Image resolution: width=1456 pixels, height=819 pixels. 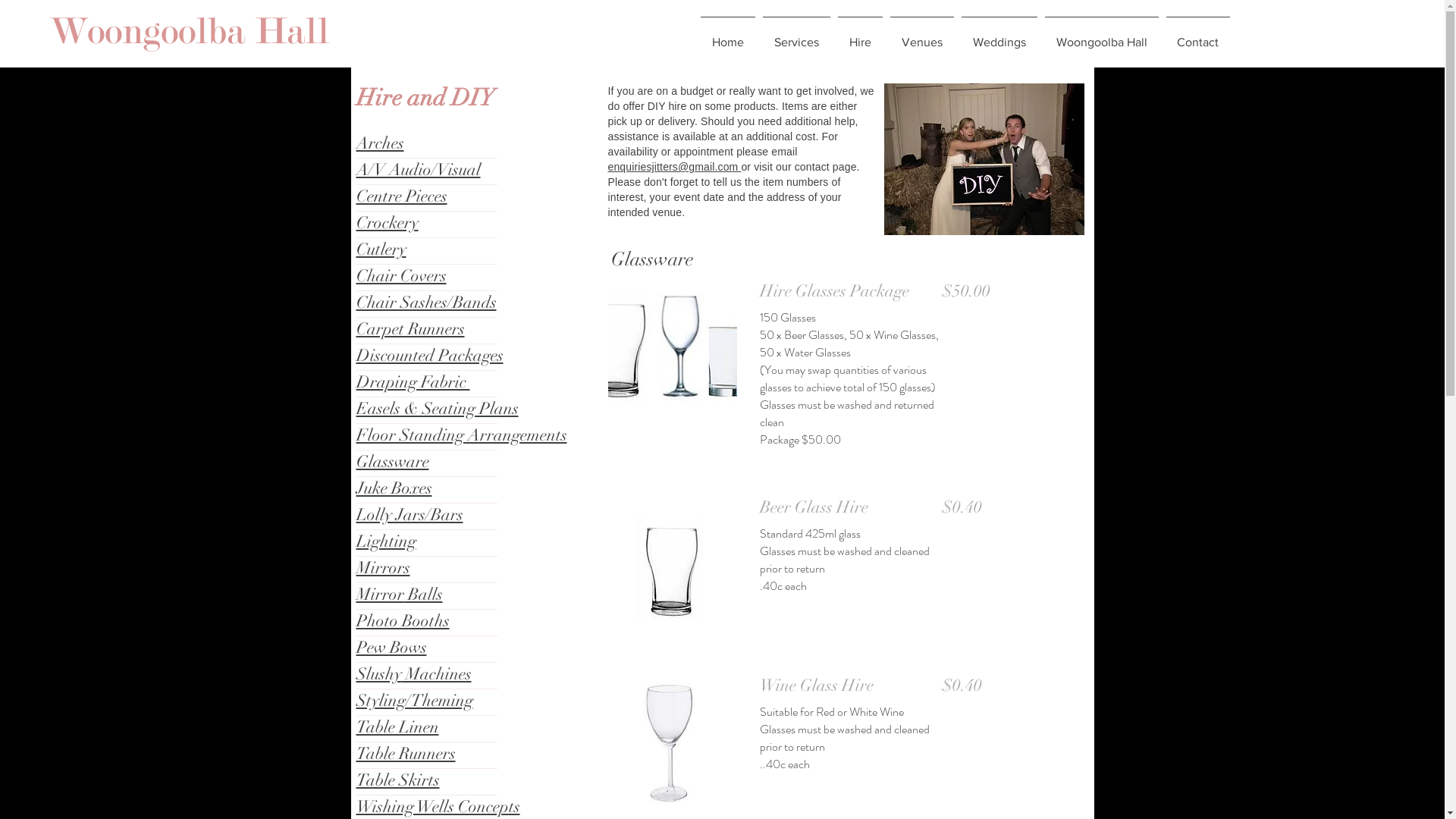 I want to click on 'Table Linen', so click(x=397, y=726).